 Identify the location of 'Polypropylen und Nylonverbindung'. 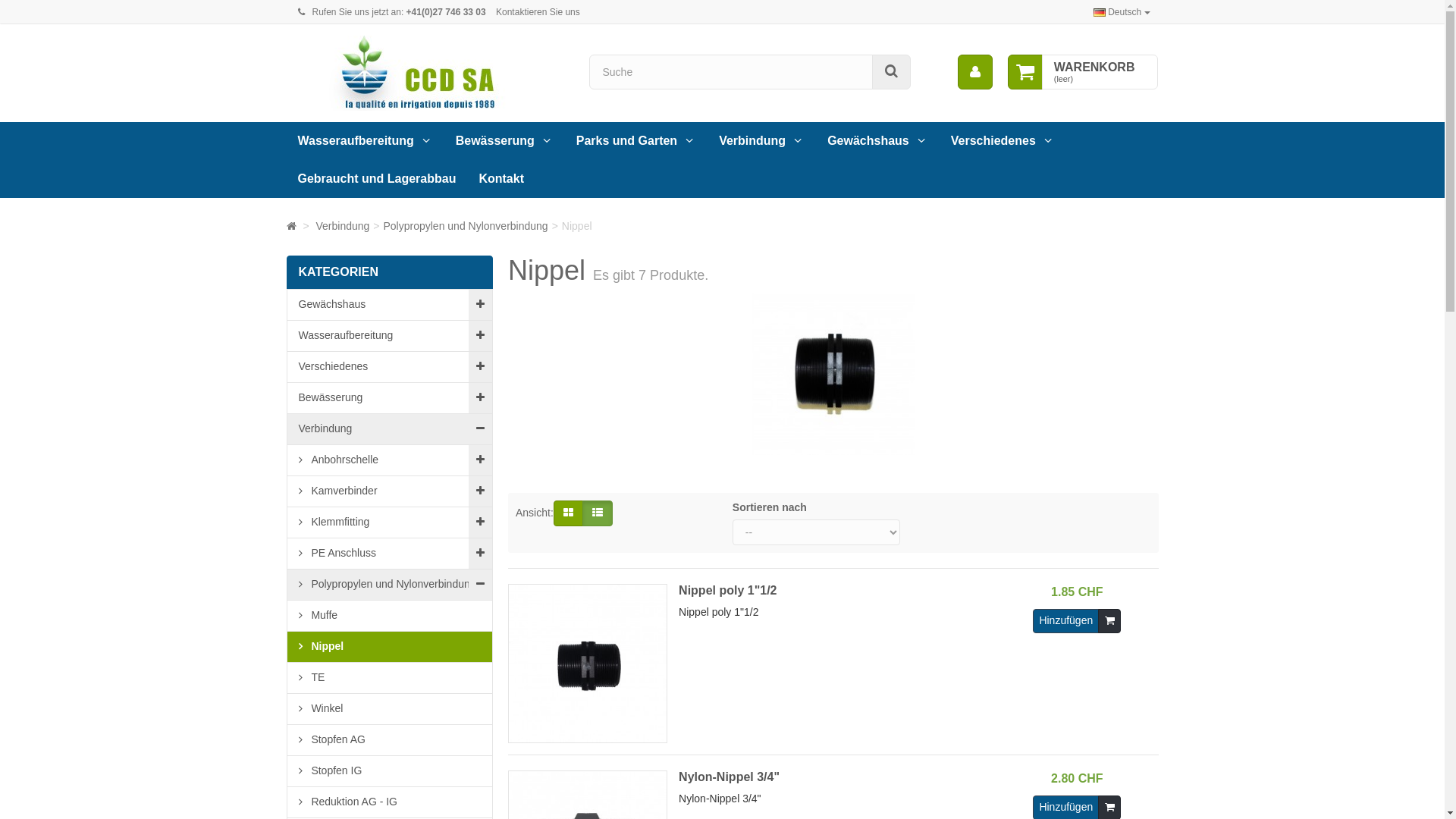
(389, 583).